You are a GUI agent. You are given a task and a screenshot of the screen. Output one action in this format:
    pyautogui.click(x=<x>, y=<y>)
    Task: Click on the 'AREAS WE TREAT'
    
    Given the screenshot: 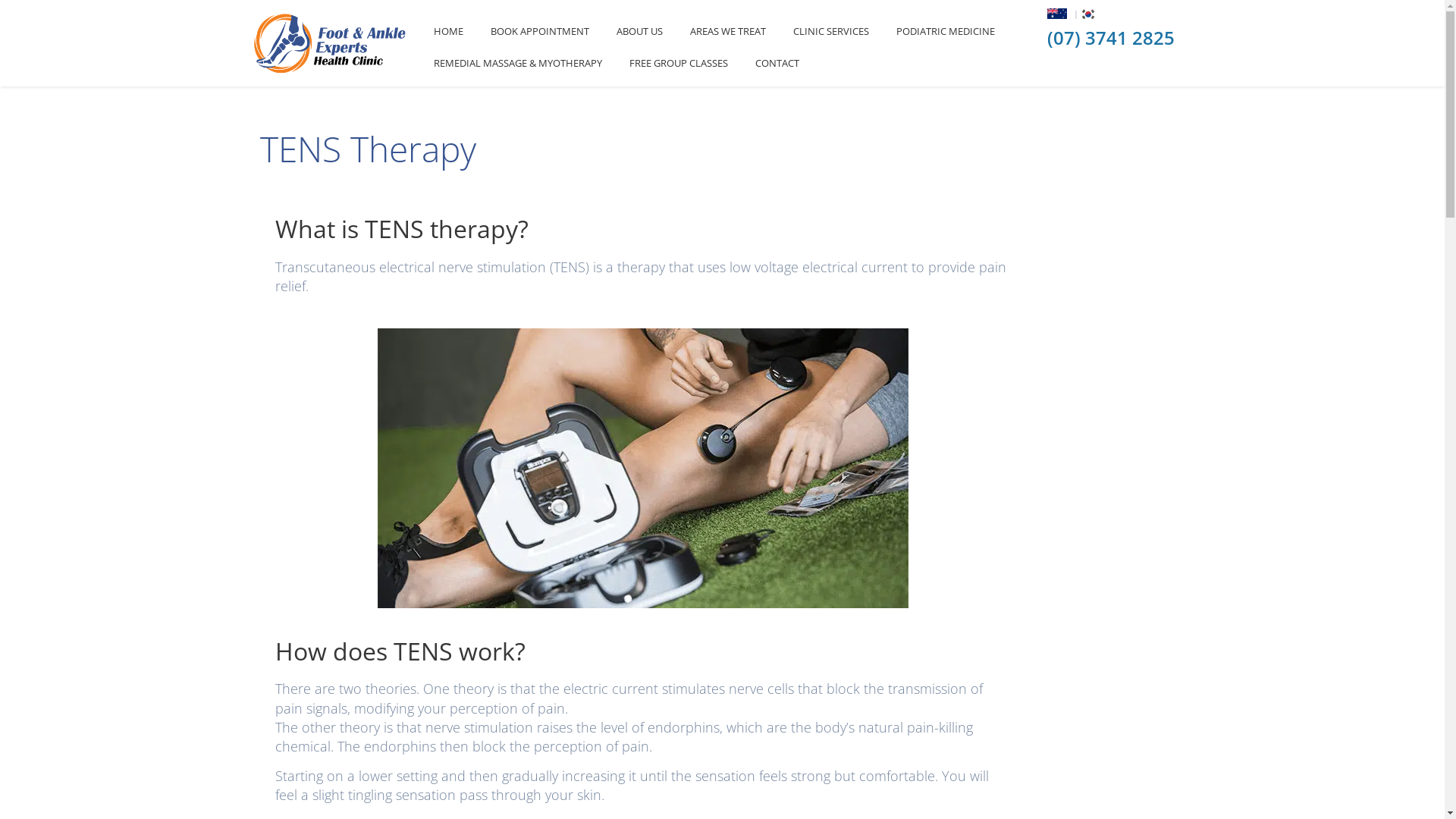 What is the action you would take?
    pyautogui.click(x=728, y=31)
    